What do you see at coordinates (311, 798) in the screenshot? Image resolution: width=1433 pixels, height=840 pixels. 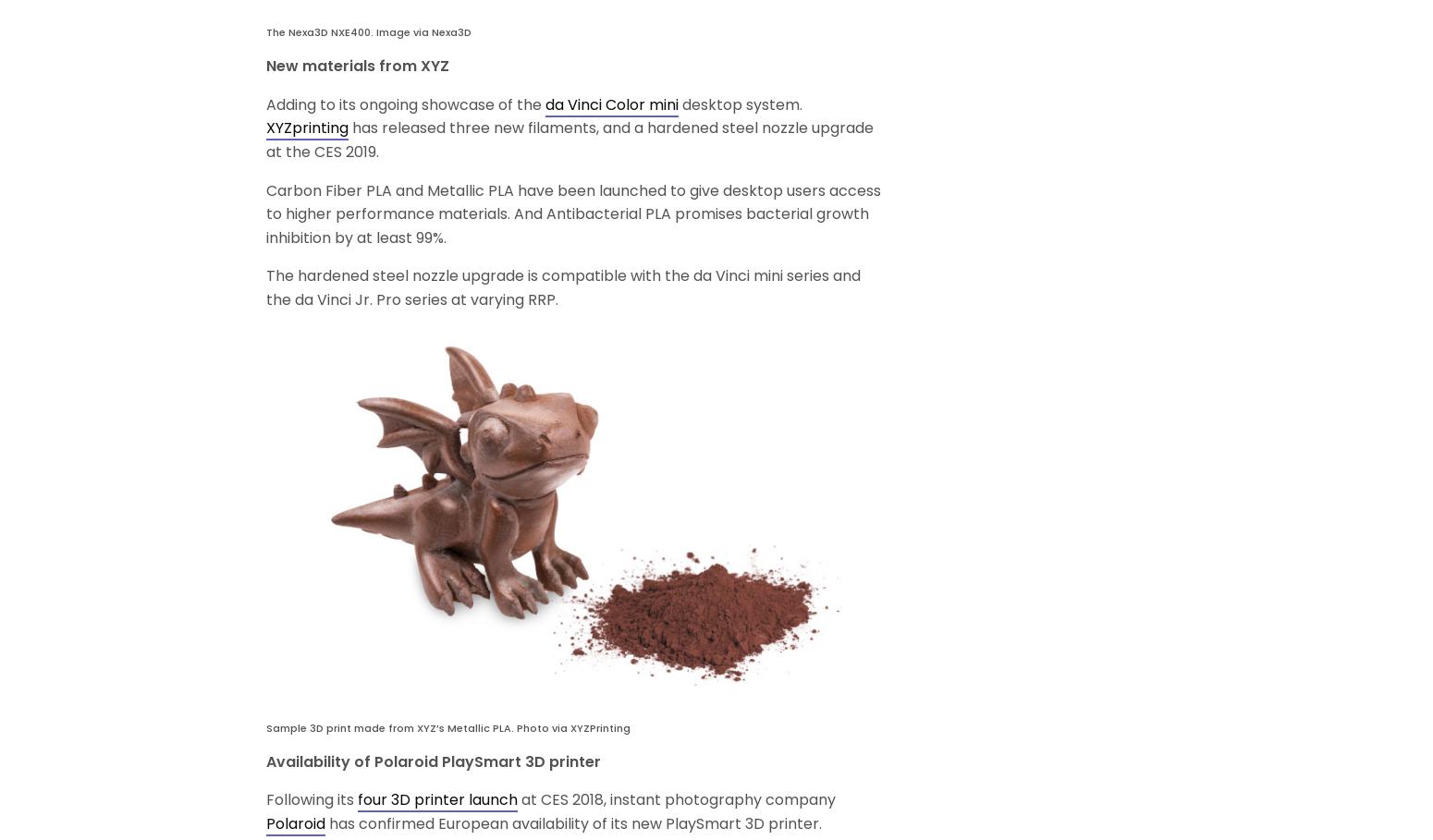 I see `'Following its'` at bounding box center [311, 798].